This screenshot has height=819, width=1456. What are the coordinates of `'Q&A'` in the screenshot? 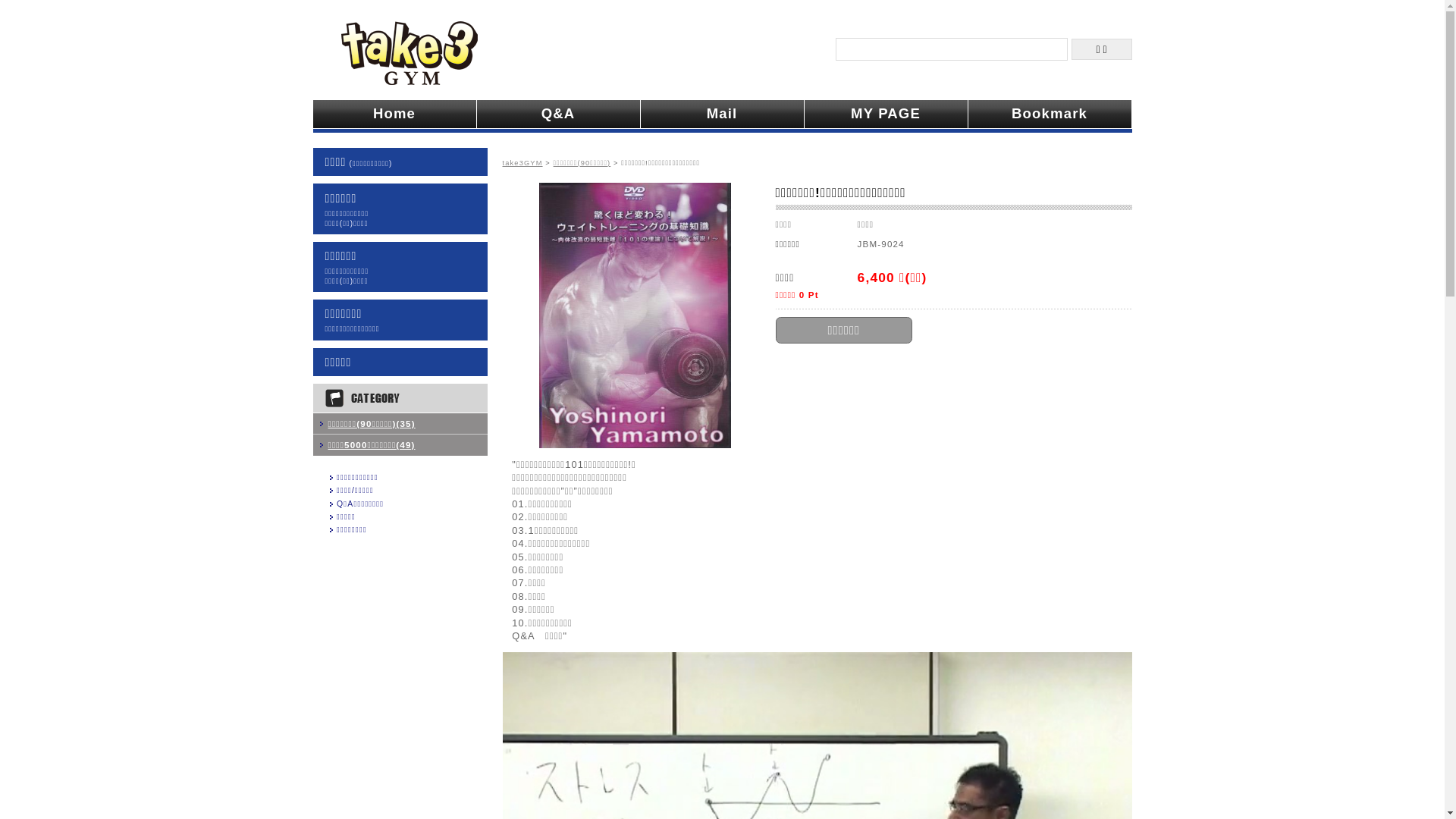 It's located at (557, 113).